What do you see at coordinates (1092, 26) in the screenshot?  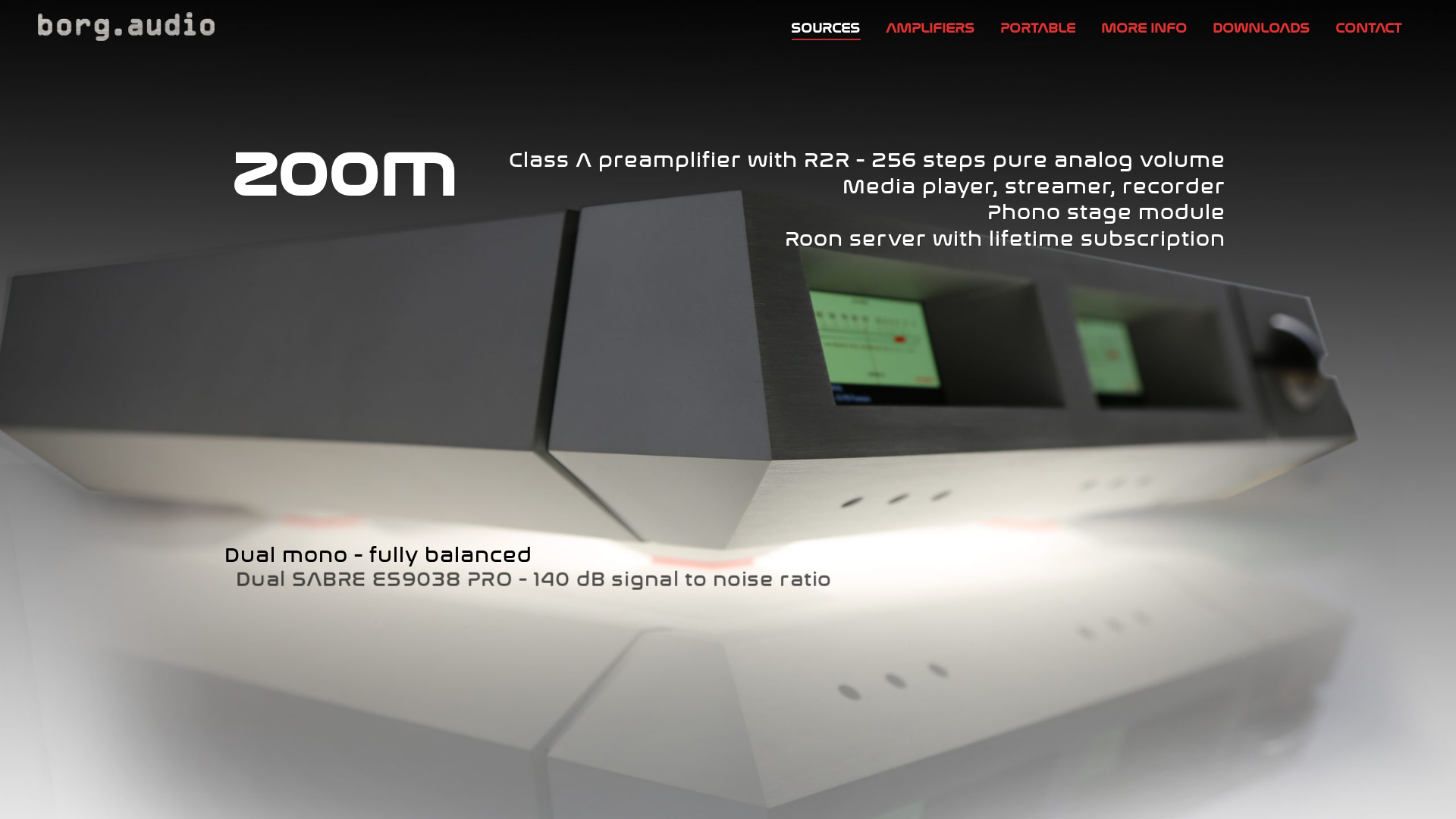 I see `'MORE INFO'` at bounding box center [1092, 26].